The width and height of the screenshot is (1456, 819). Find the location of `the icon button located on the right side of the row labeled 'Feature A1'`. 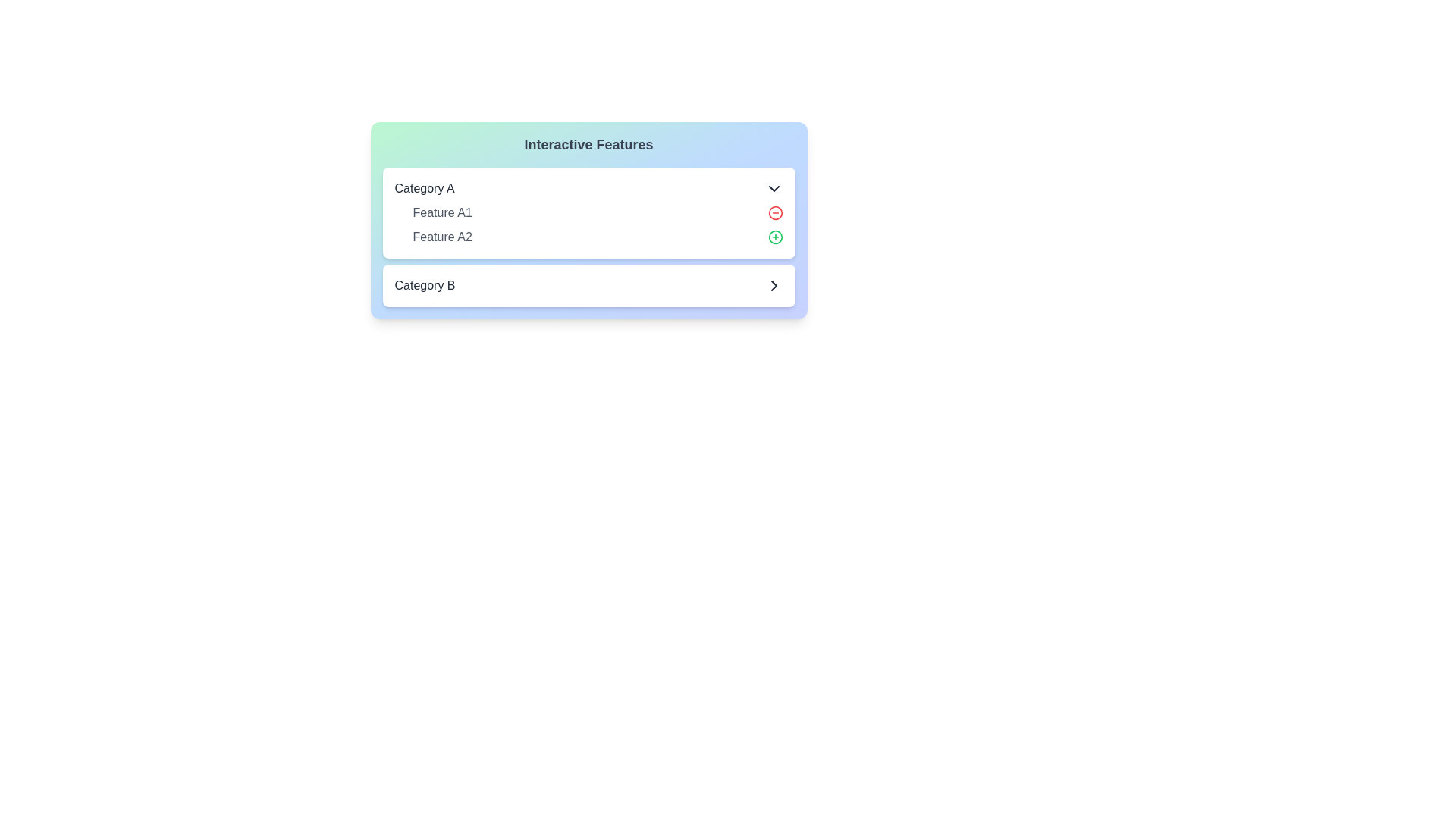

the icon button located on the right side of the row labeled 'Feature A1' is located at coordinates (775, 213).